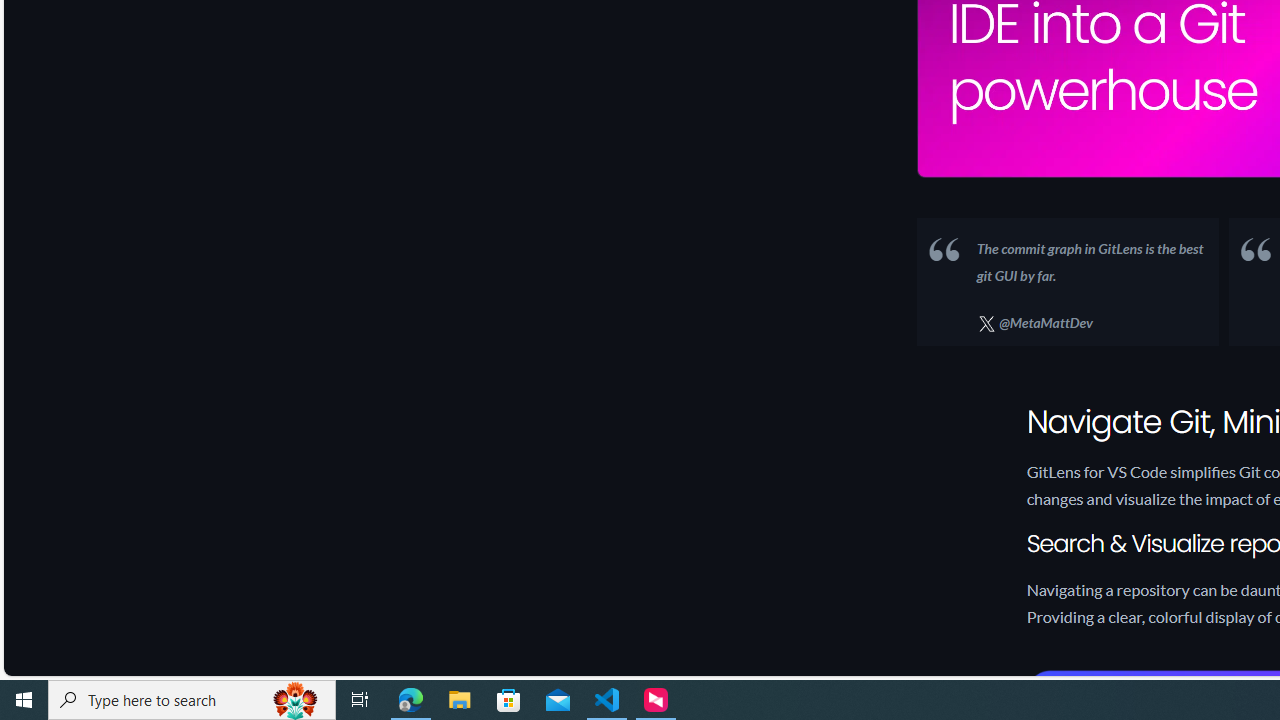 The width and height of the screenshot is (1280, 720). I want to click on 'Task View', so click(359, 698).